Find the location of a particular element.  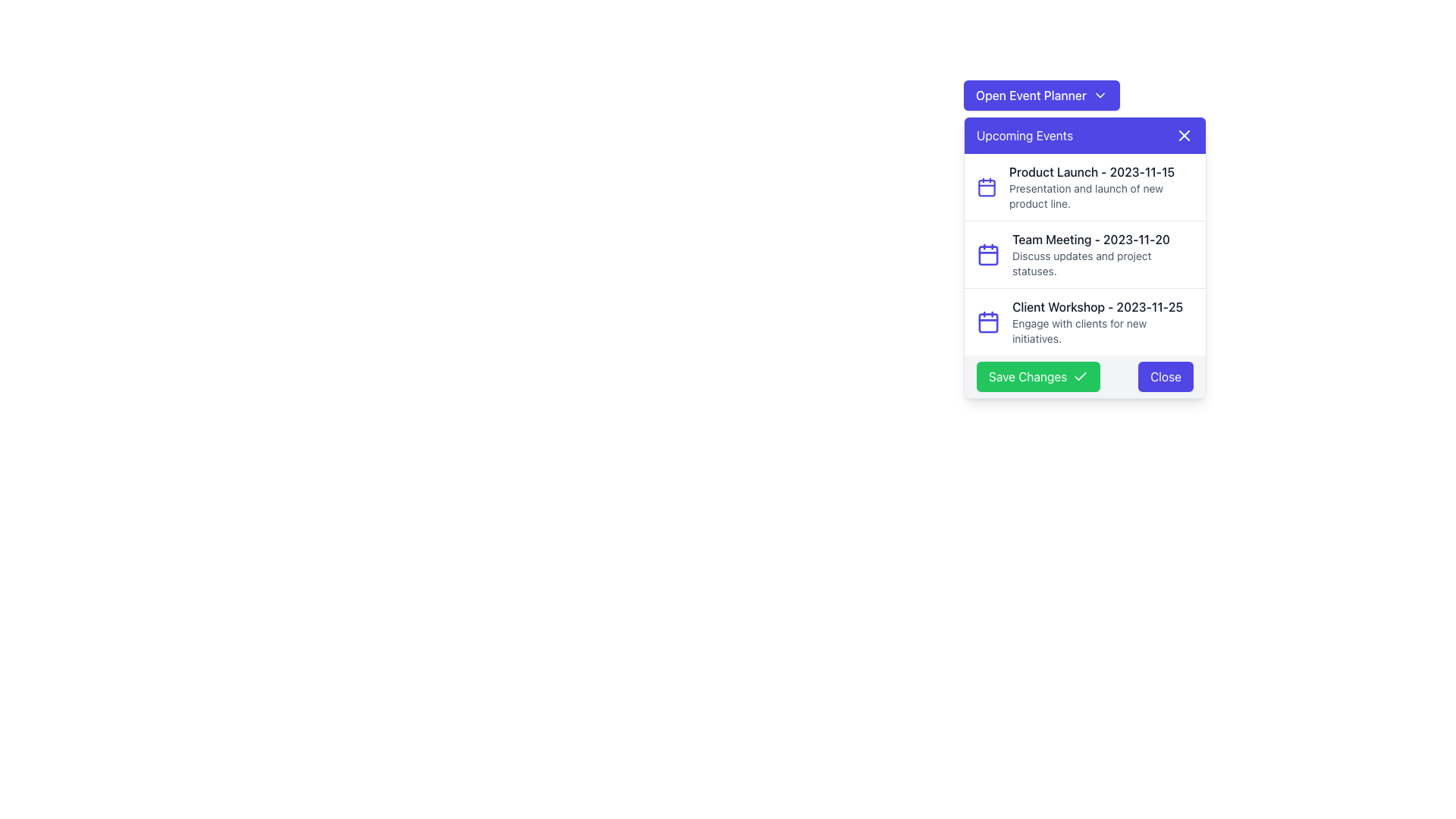

the design of the indigo calendar icon located at the start of the 'Product Launch - 2023-11-15' item in the 'Upcoming Events' list is located at coordinates (987, 186).